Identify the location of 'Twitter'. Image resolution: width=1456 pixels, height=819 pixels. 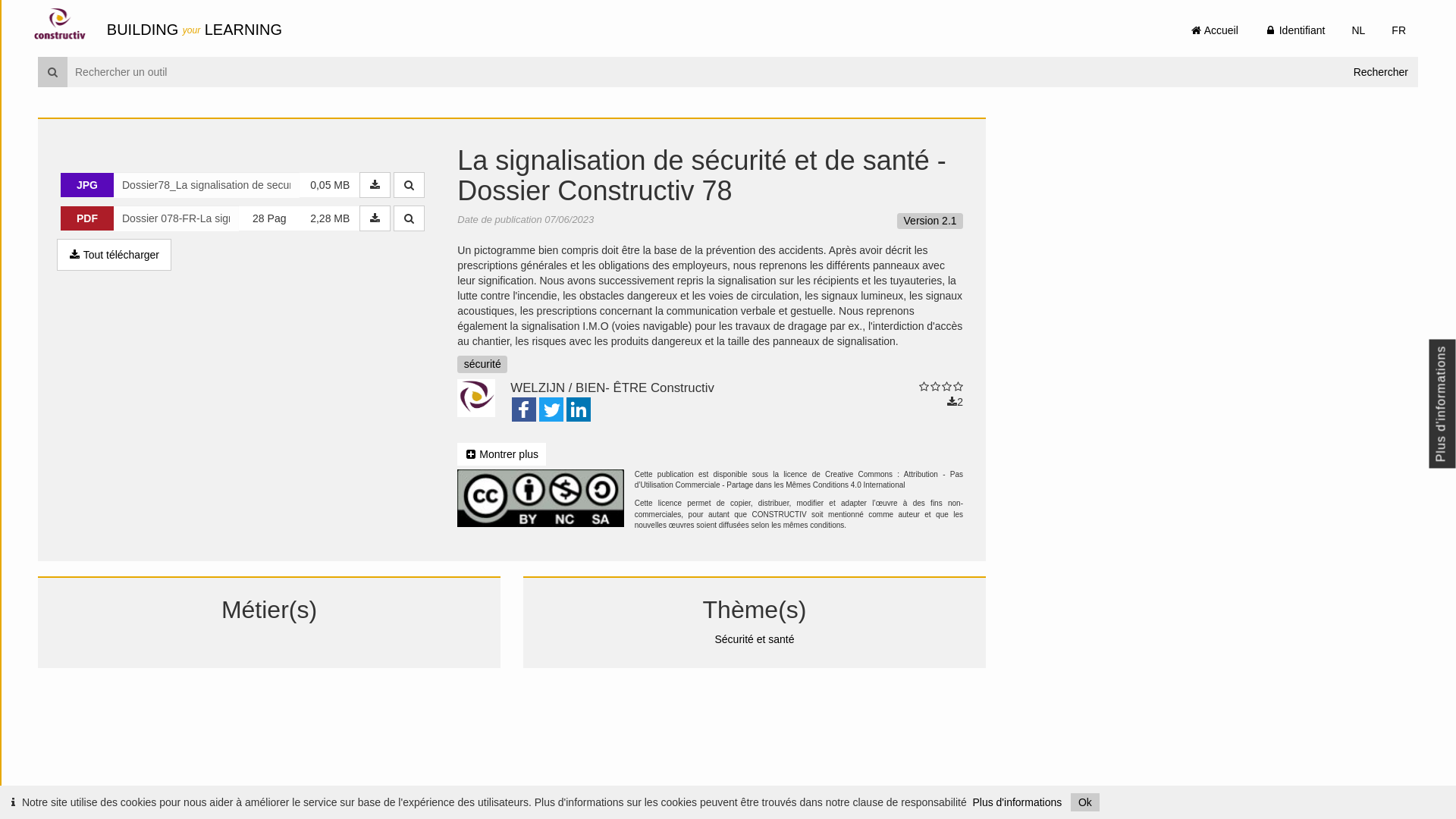
(550, 410).